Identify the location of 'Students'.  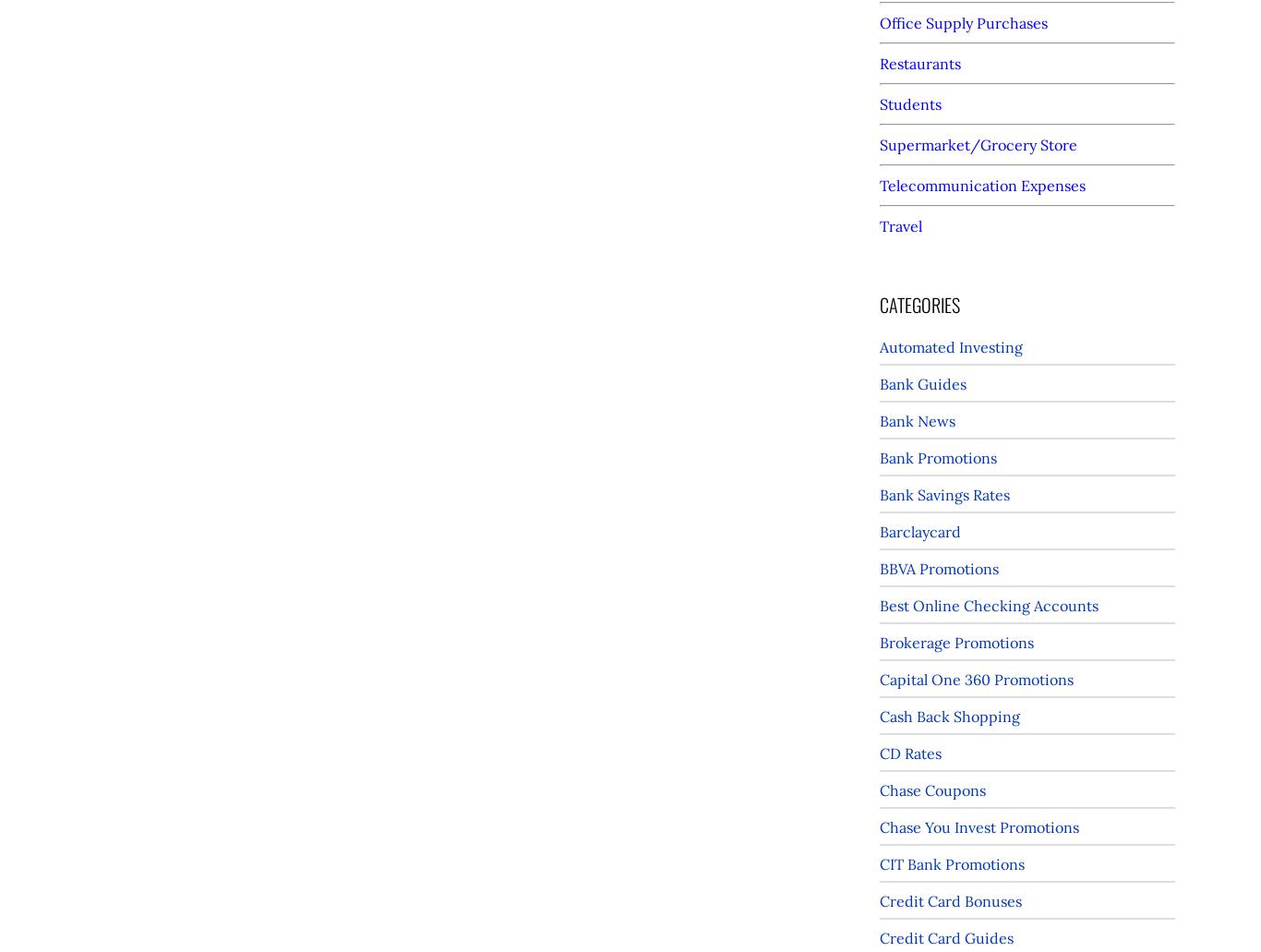
(910, 102).